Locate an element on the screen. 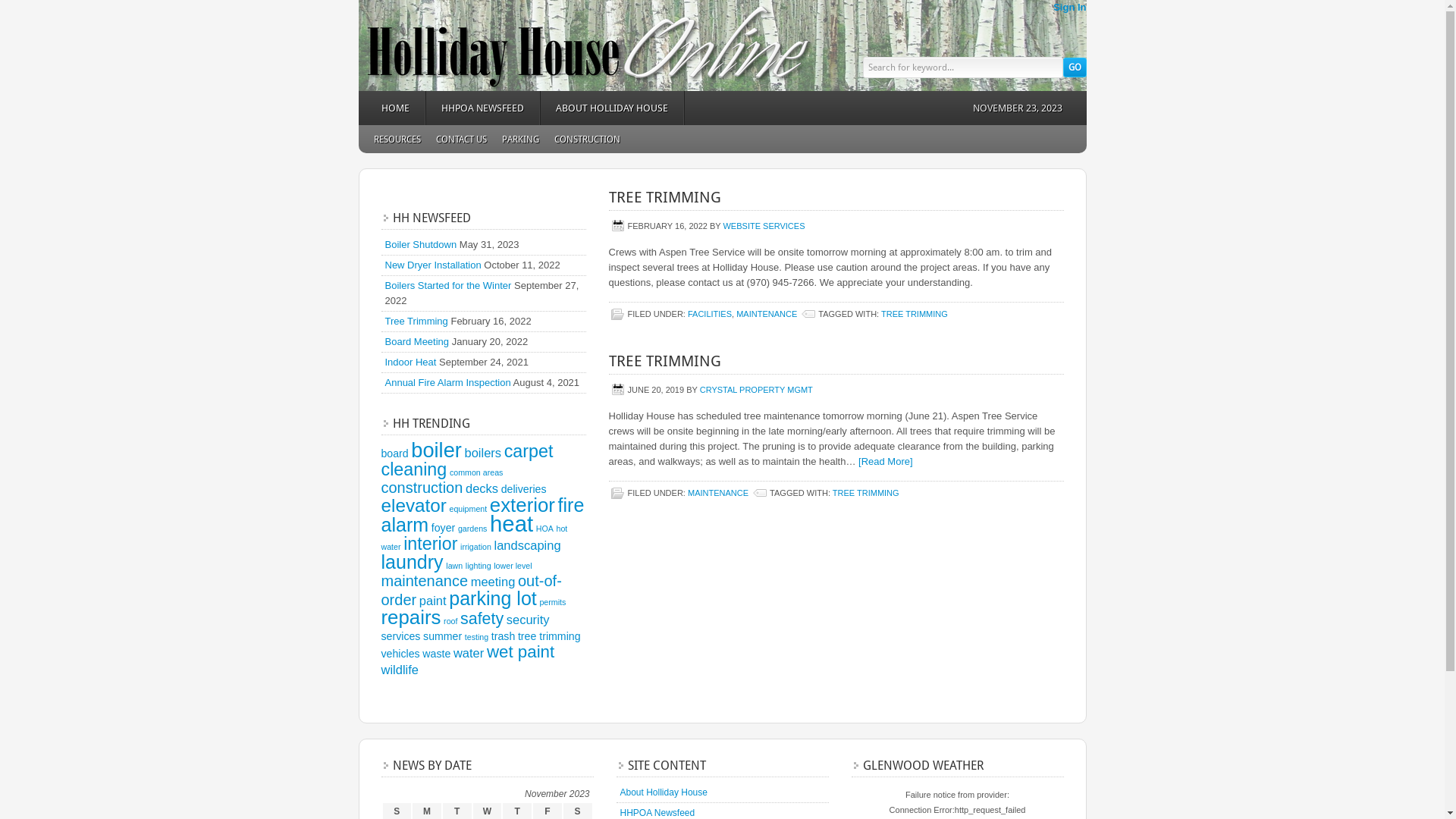  'security' is located at coordinates (528, 620).